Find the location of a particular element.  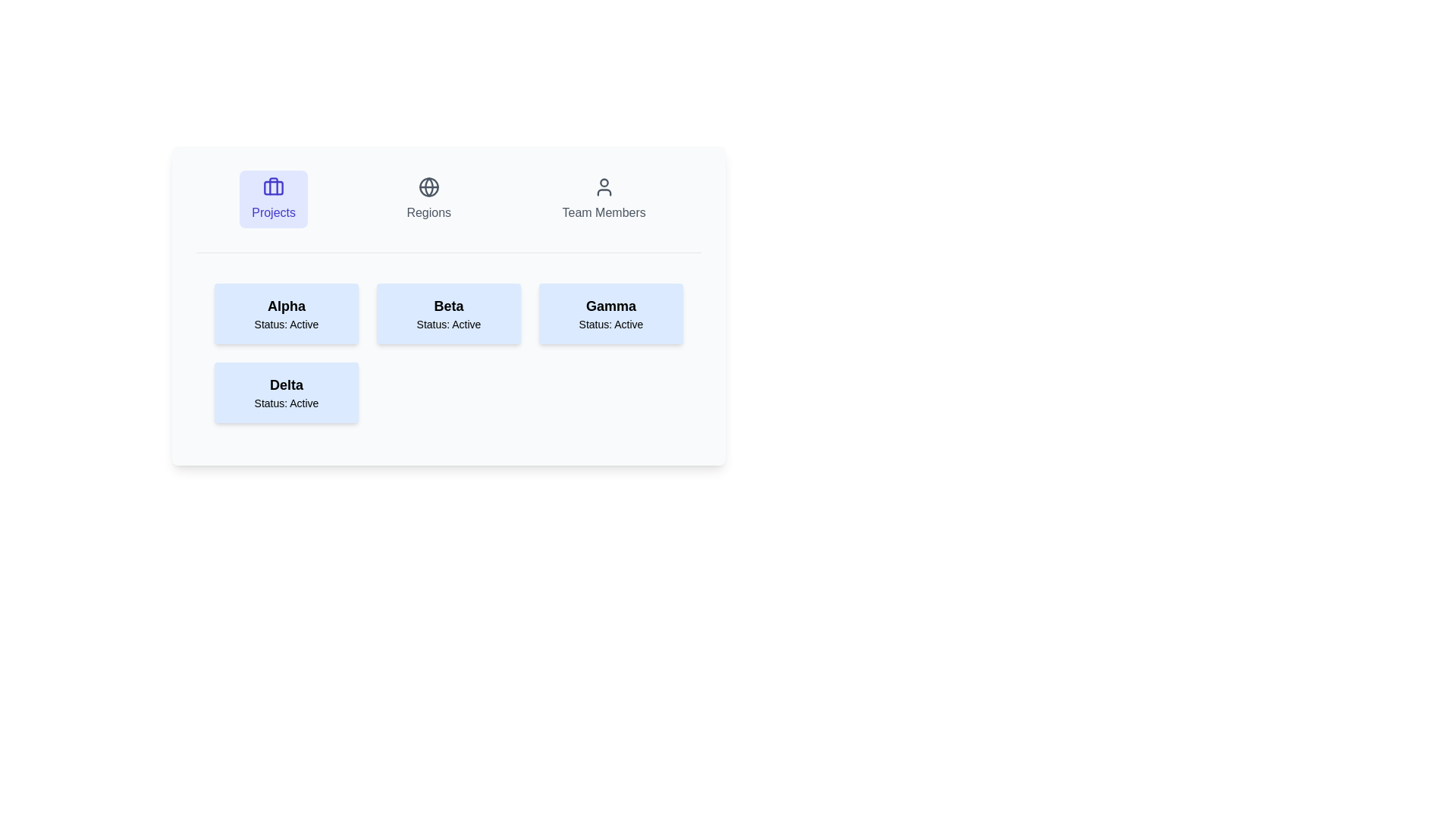

the Regions tab by clicking on its button is located at coordinates (428, 198).